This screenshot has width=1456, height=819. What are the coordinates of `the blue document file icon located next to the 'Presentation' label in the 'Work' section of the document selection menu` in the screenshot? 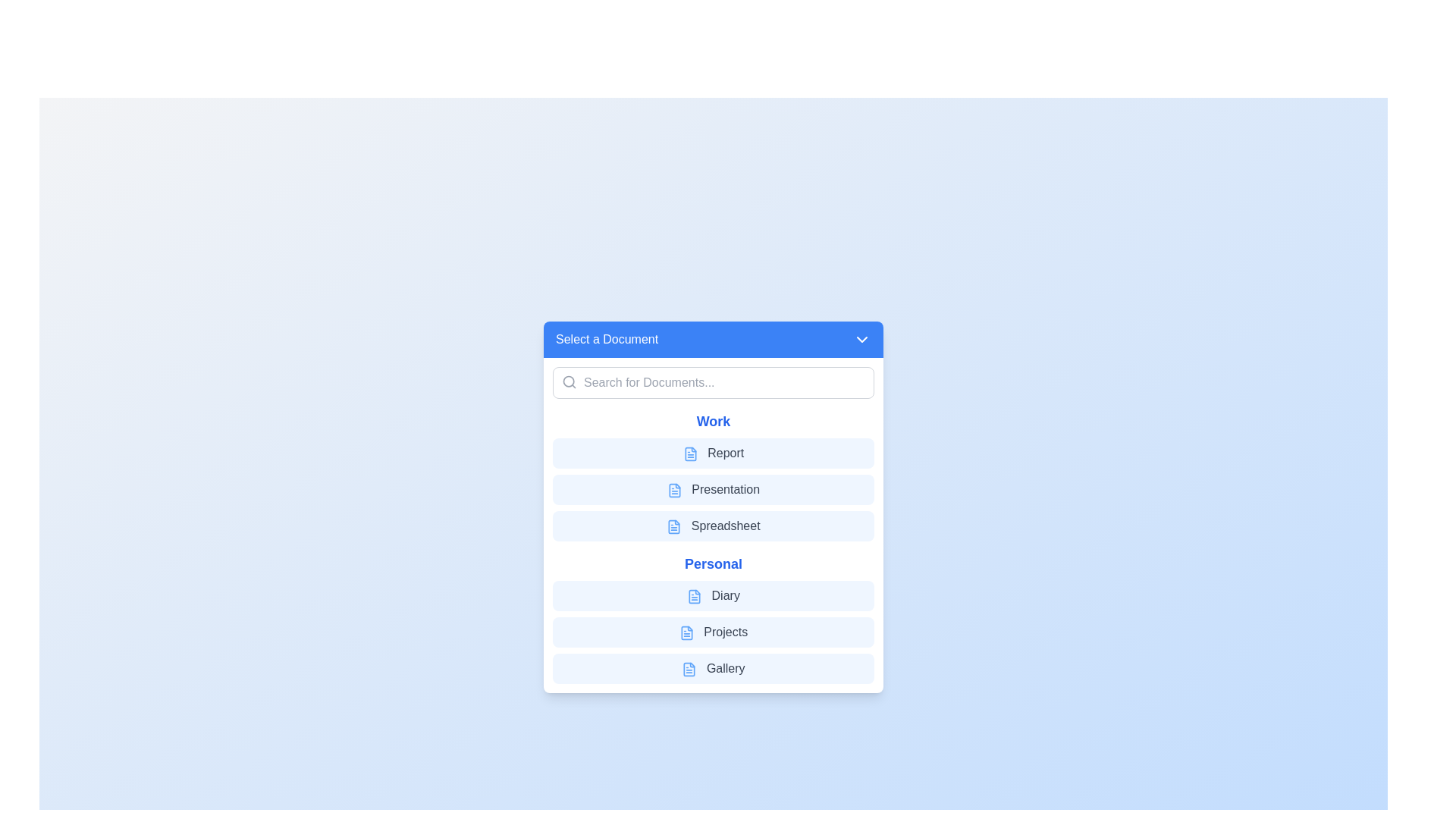 It's located at (673, 490).